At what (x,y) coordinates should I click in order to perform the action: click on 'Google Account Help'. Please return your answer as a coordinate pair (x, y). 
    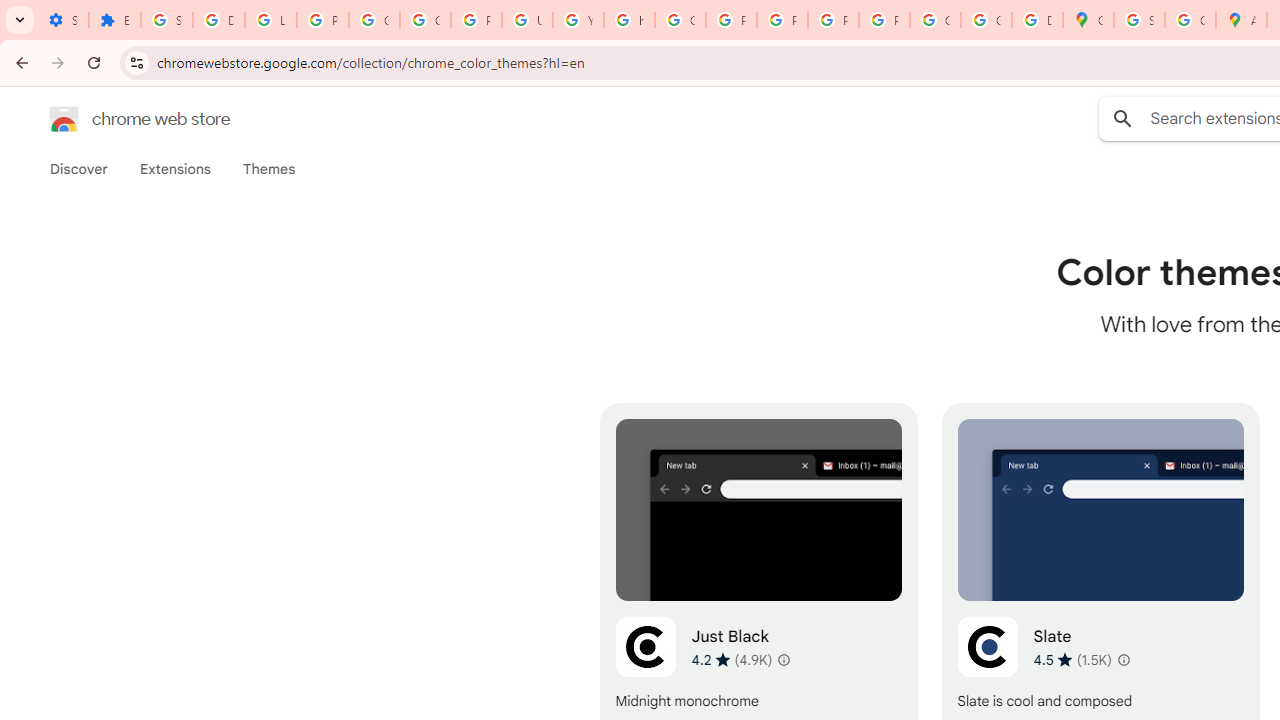
    Looking at the image, I should click on (375, 20).